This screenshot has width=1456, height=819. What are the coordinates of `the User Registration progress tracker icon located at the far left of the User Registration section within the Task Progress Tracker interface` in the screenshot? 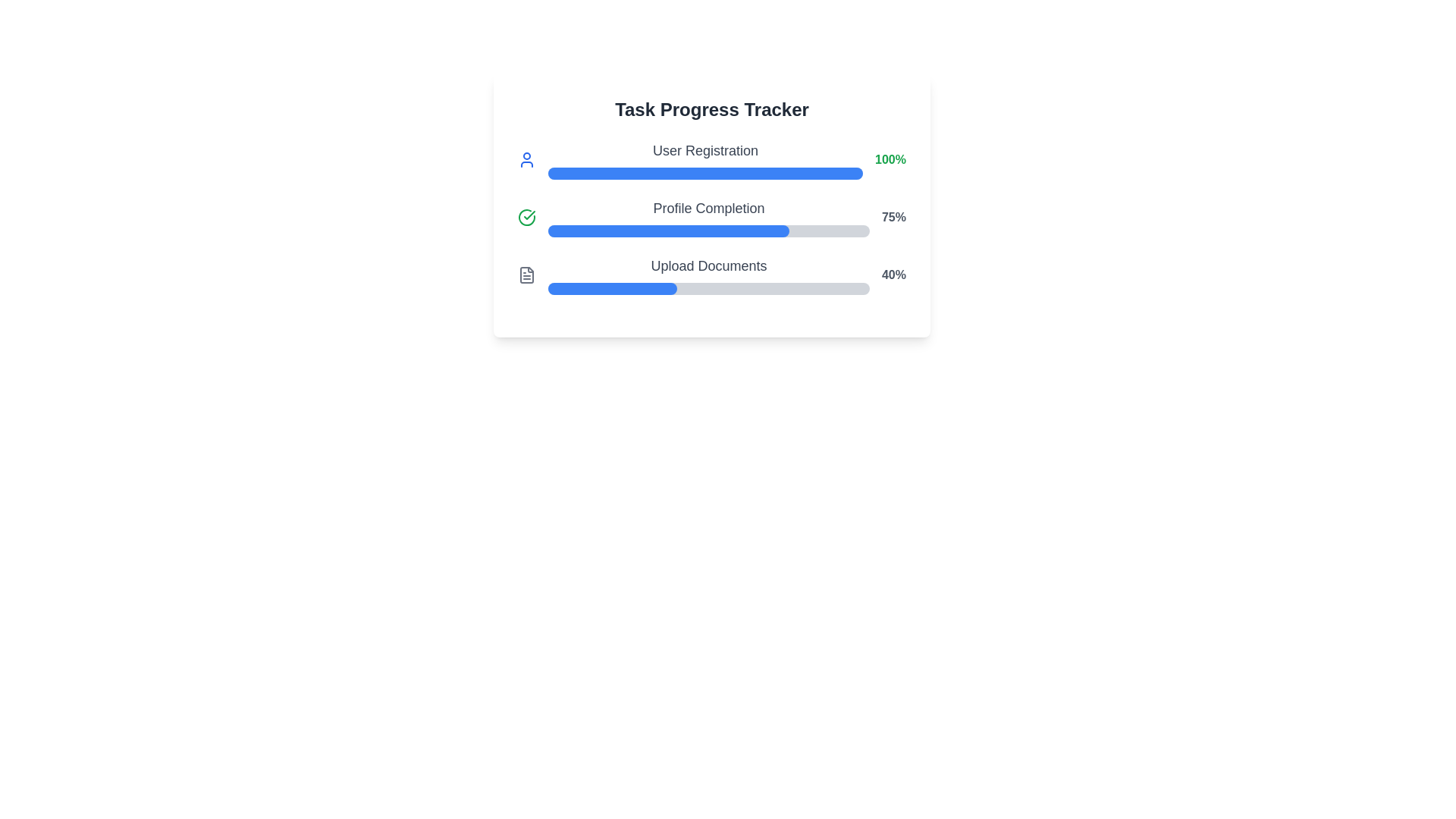 It's located at (527, 160).